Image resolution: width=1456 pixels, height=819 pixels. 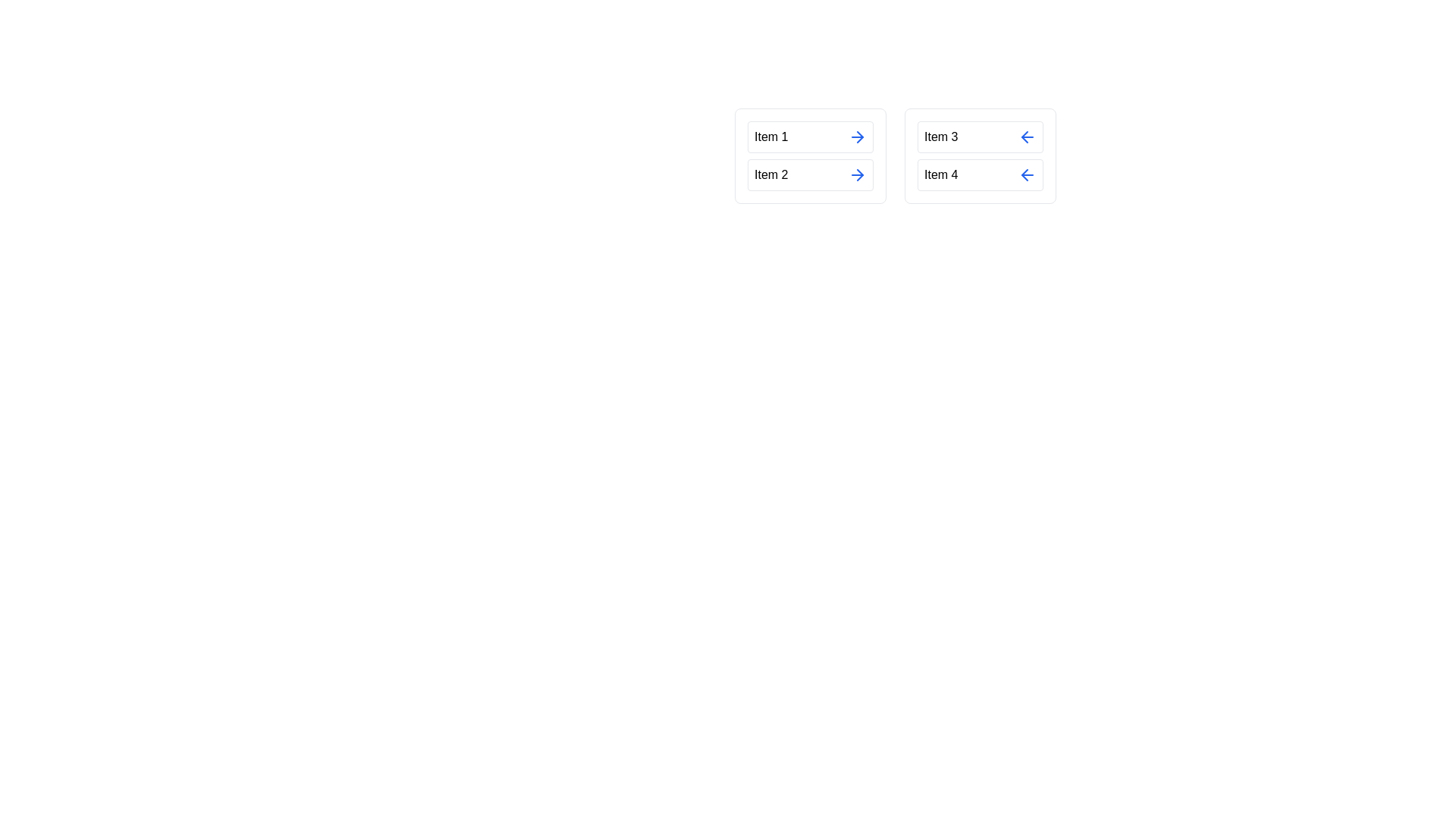 I want to click on arrow button next to the item Item 4 in the right list to transfer it to the left list, so click(x=1027, y=174).